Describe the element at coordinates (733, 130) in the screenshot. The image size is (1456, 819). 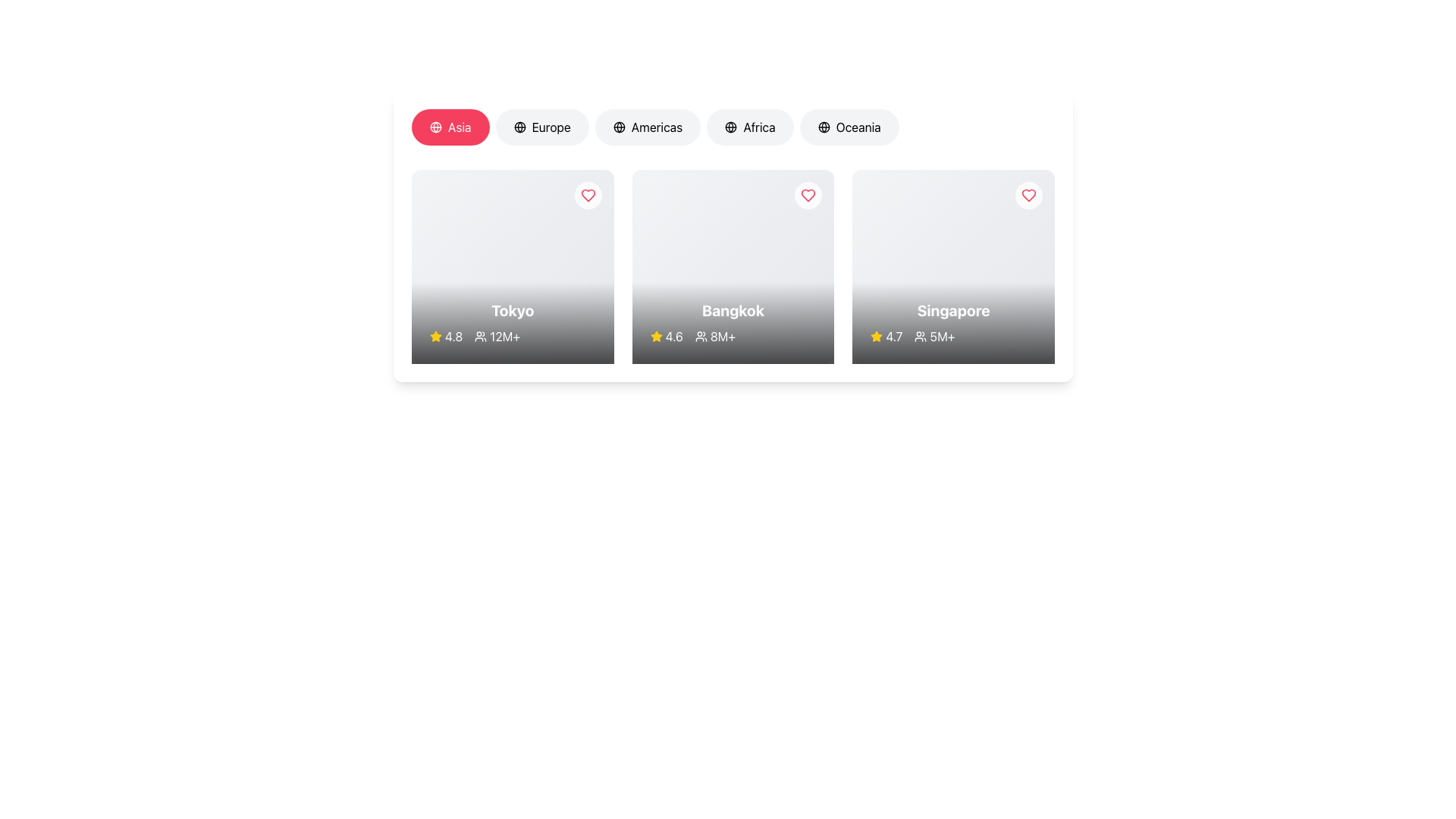
I see `the region button on the horizontal scrollable tab bar located near the top of the interface to trigger the highlight effect` at that location.